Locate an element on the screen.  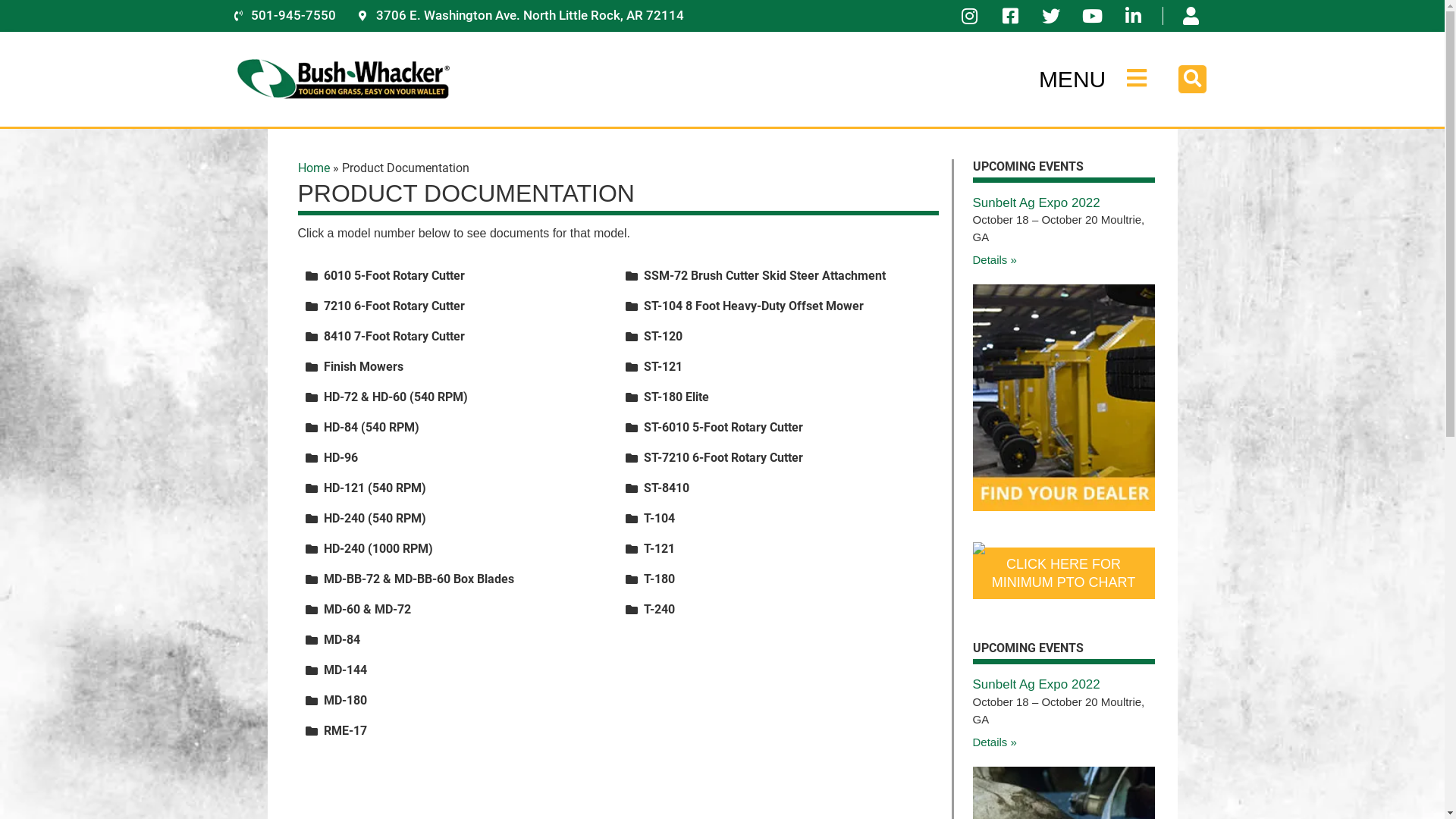
'HD-96' is located at coordinates (339, 457).